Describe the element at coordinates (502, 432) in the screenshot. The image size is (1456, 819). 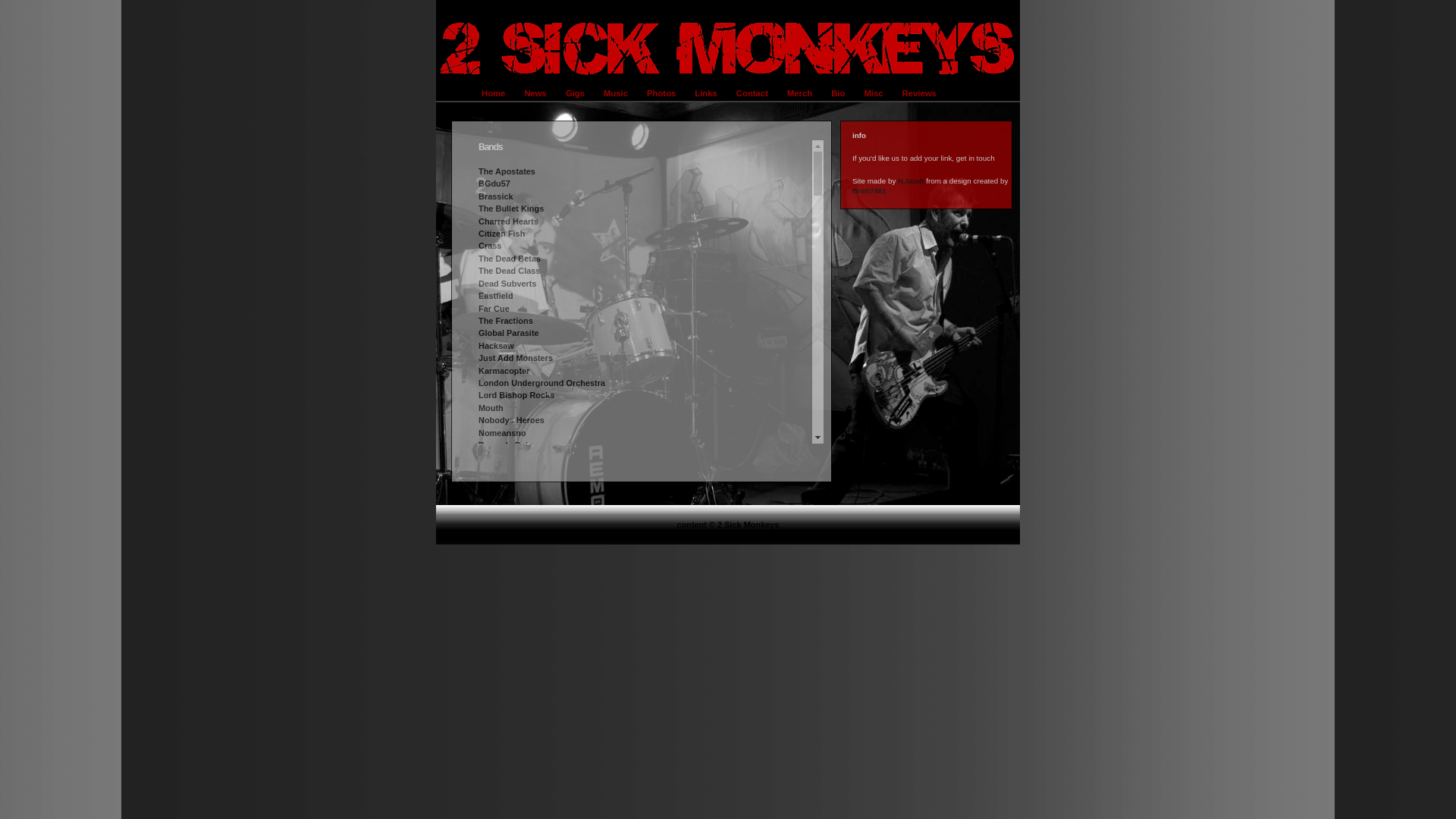
I see `'Nomeansno'` at that location.